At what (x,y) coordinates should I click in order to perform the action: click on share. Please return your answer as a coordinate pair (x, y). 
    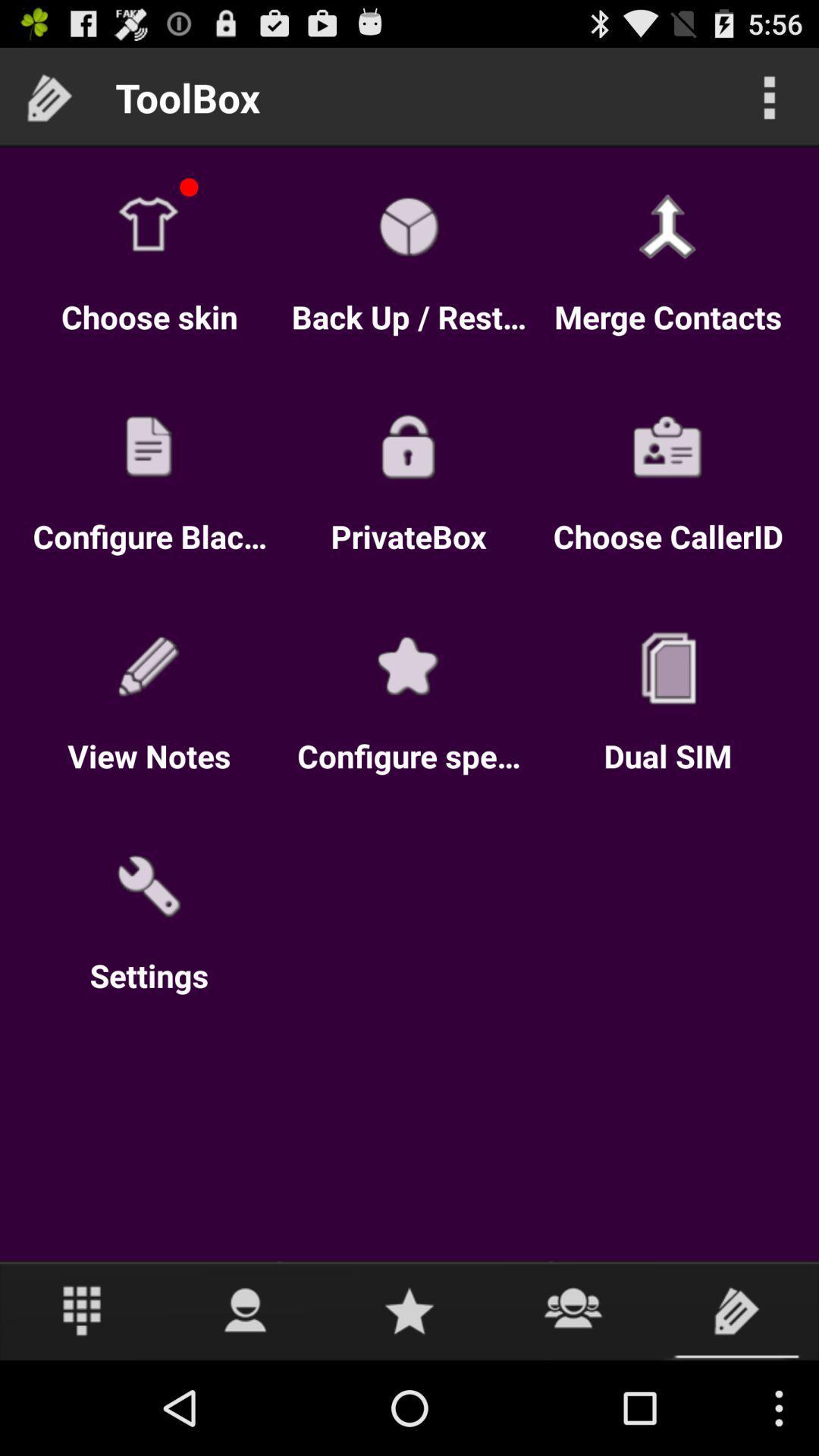
    Looking at the image, I should click on (573, 1310).